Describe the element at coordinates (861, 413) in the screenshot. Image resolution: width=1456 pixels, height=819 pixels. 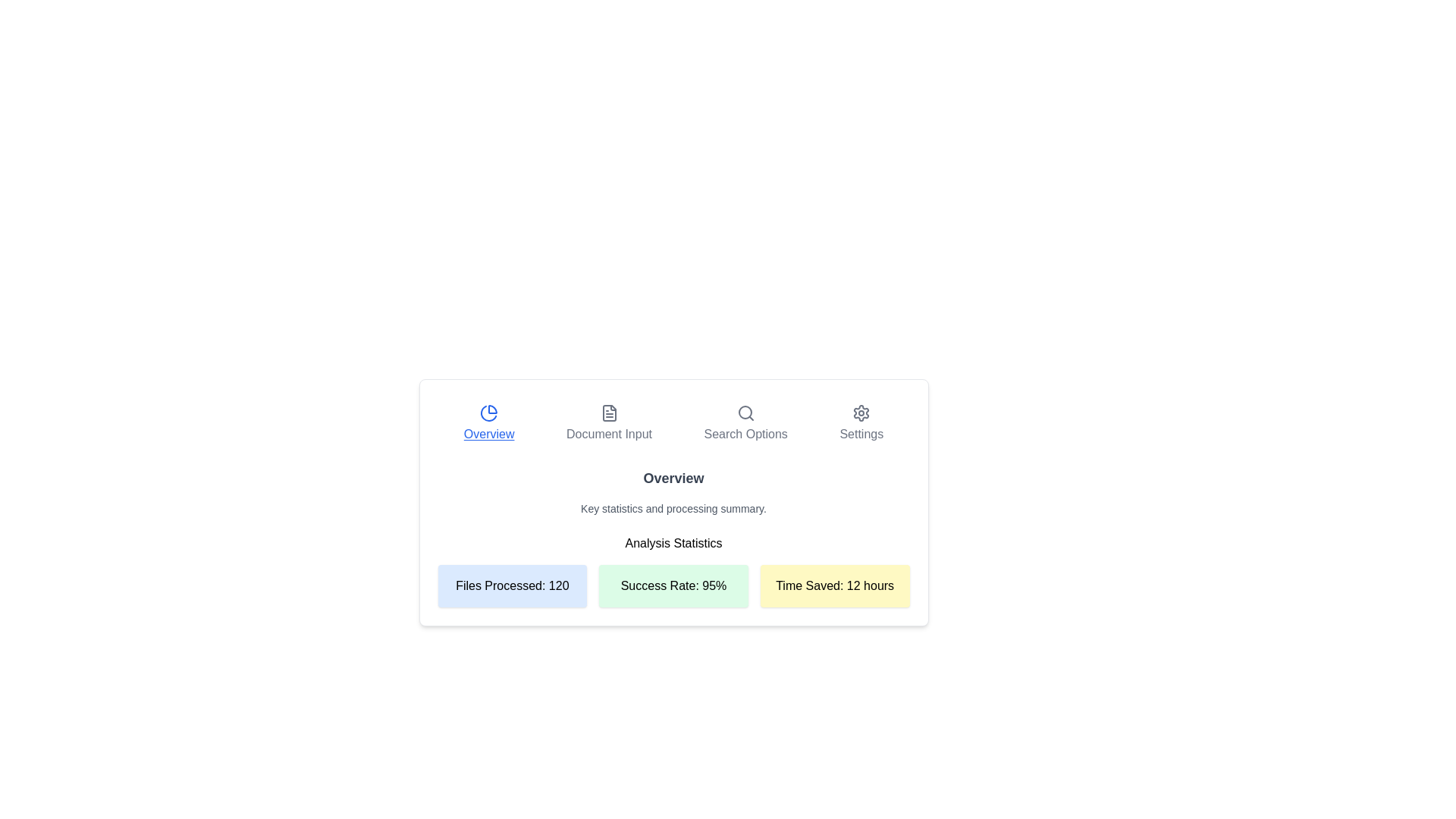
I see `the cogwheel icon located in the upper-right corner of the interface` at that location.